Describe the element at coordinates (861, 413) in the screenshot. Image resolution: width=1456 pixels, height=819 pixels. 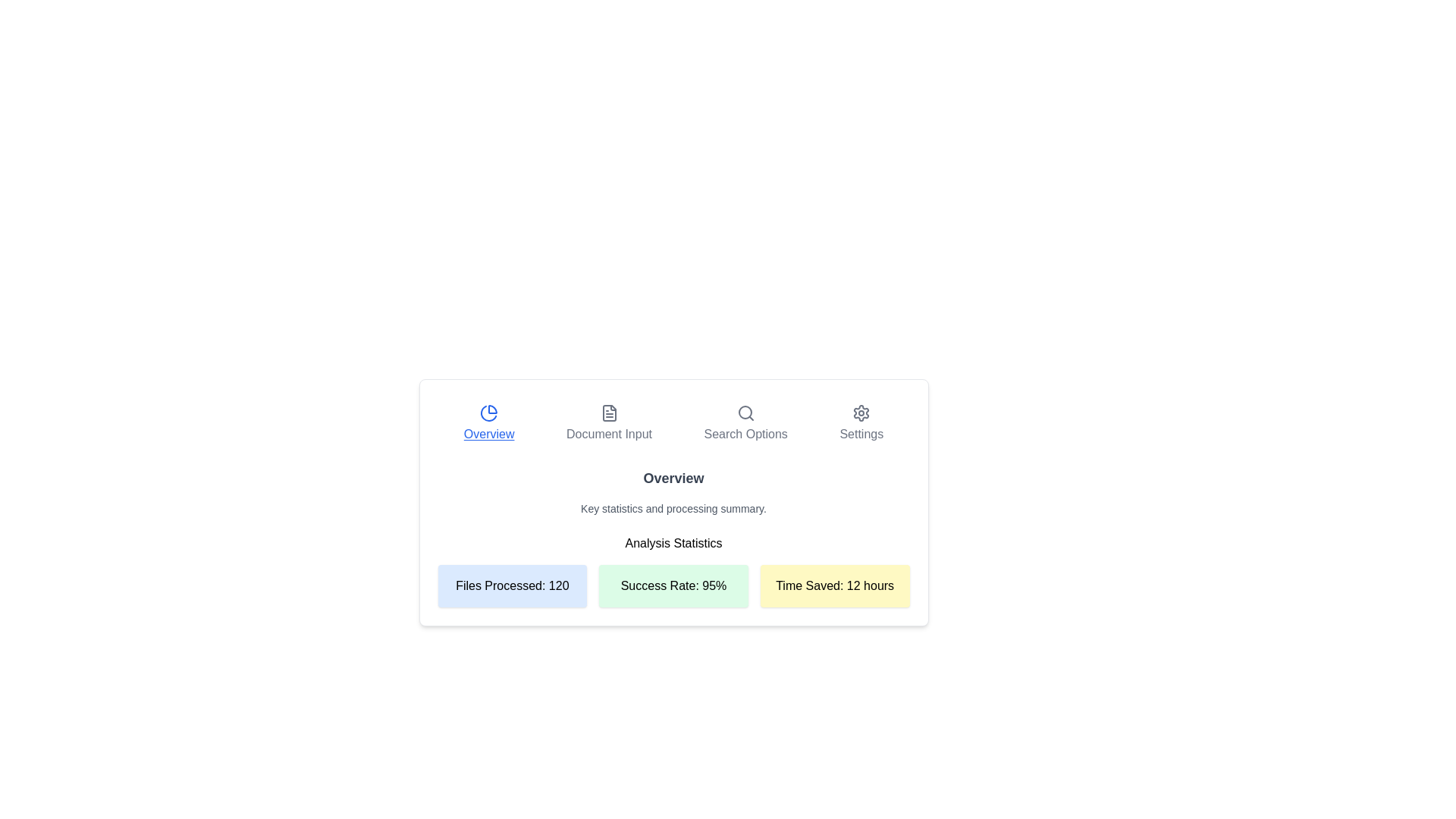
I see `the cogwheel icon located in the upper-right corner of the interface` at that location.